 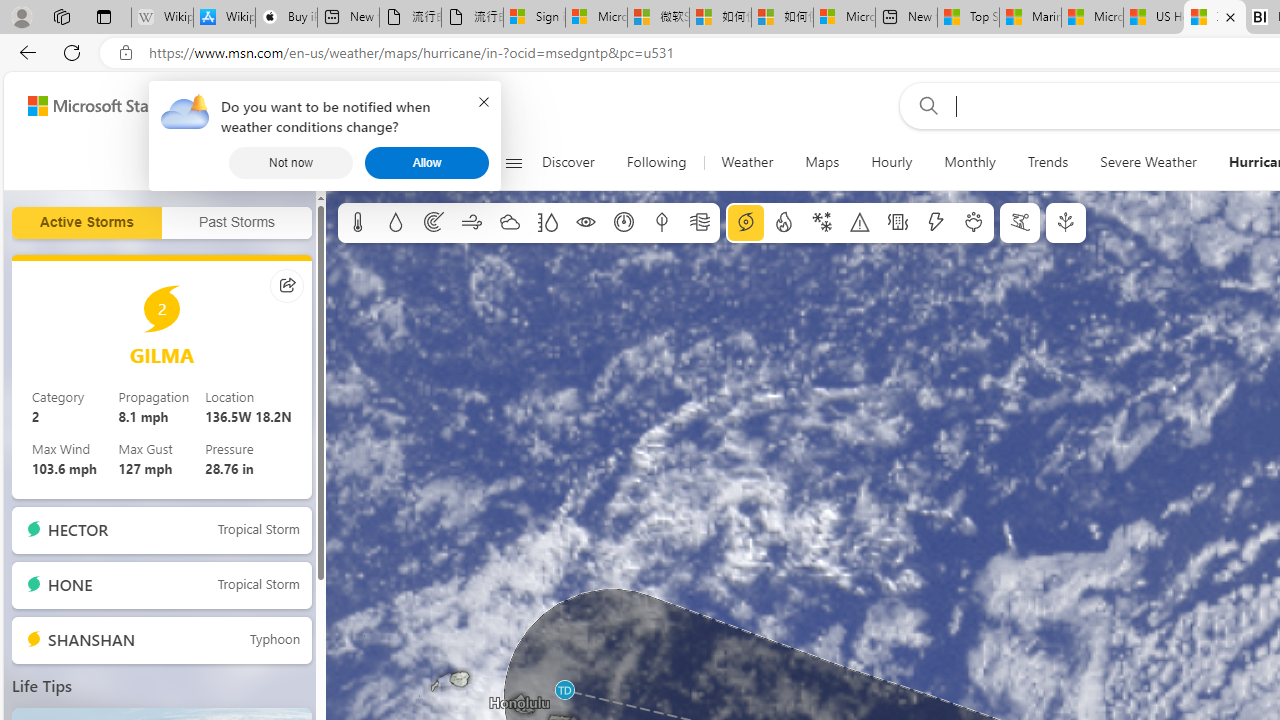 I want to click on 'Fire information', so click(x=783, y=223).